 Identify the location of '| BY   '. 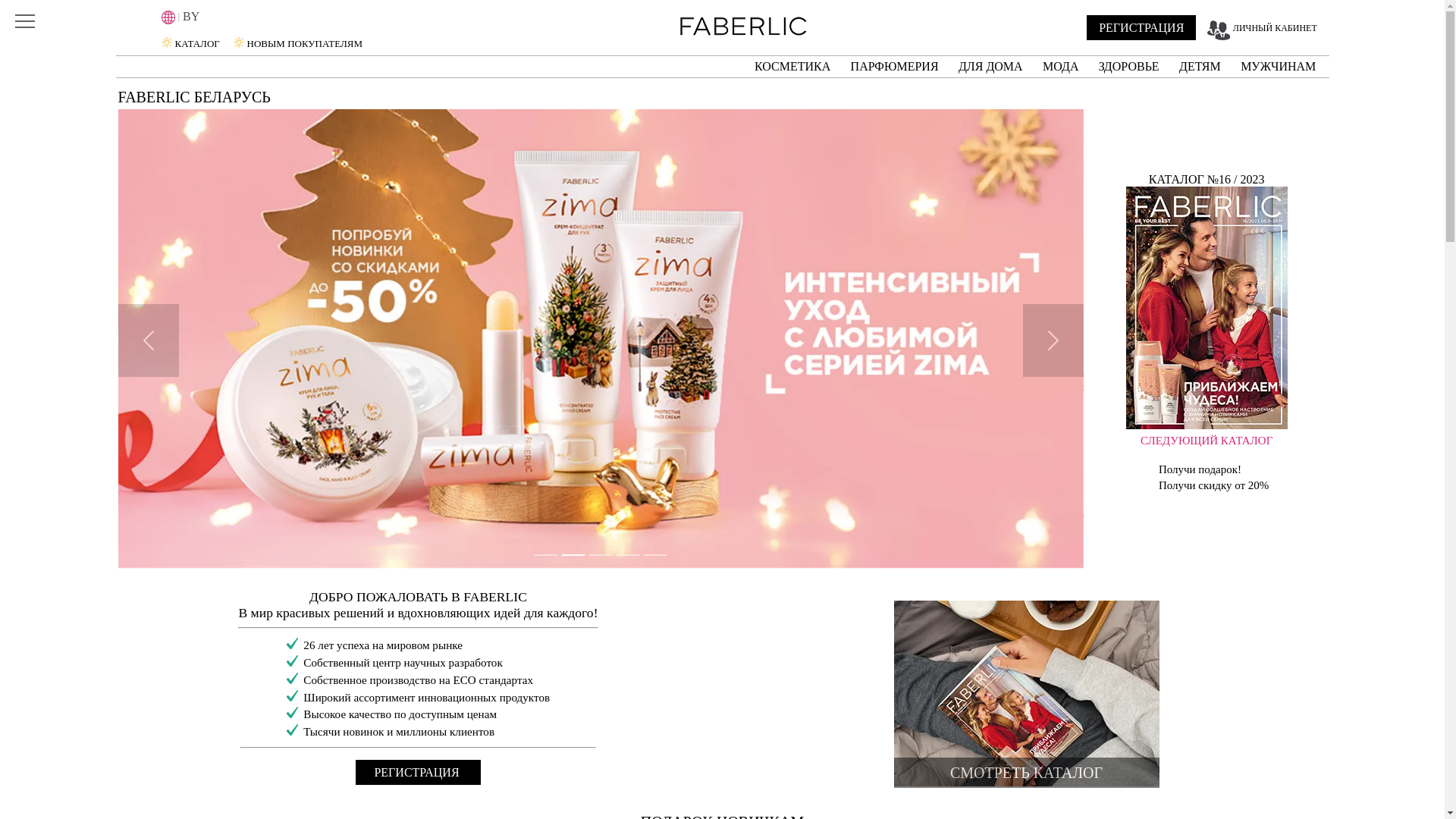
(227, 17).